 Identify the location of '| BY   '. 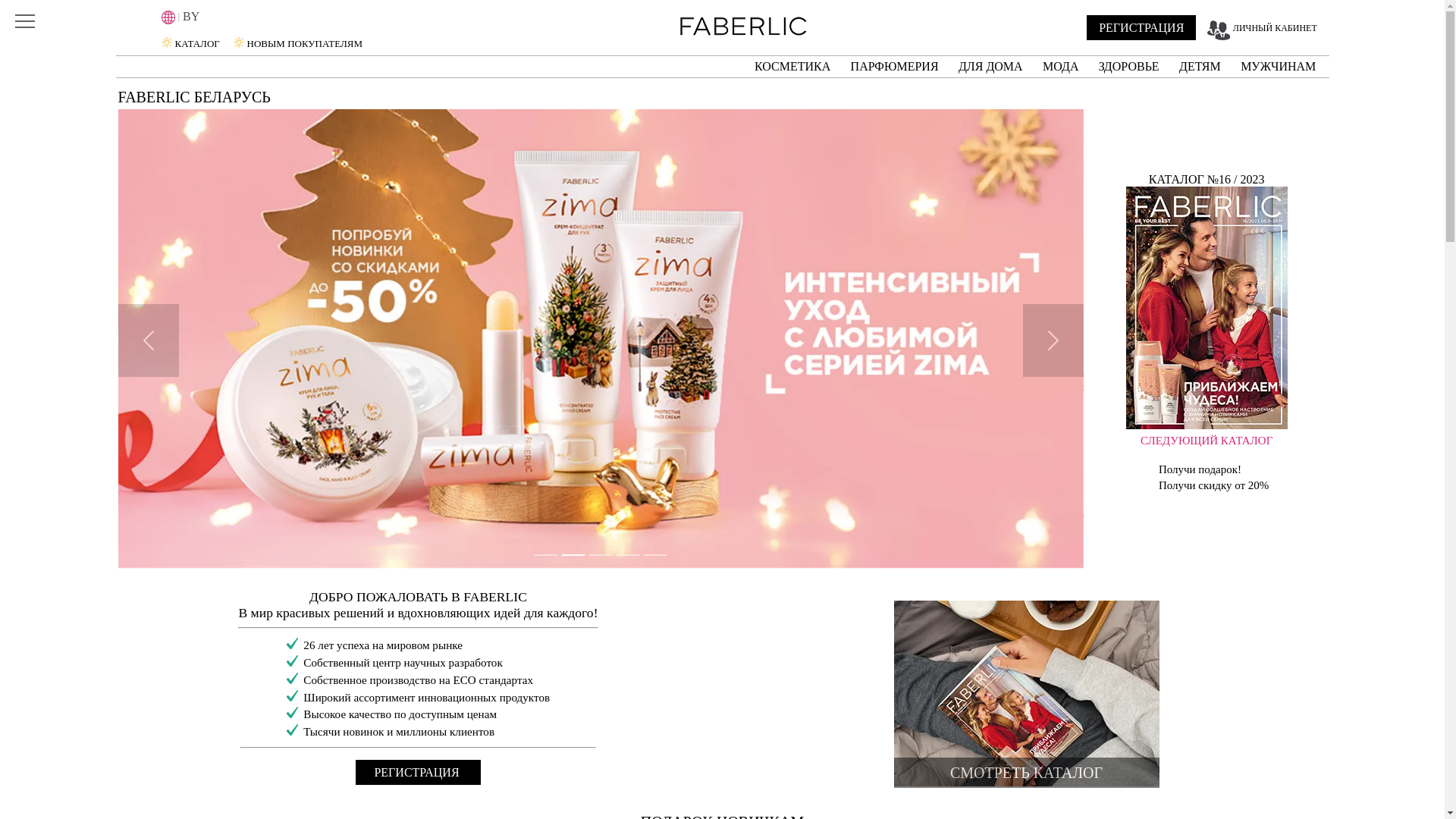
(227, 17).